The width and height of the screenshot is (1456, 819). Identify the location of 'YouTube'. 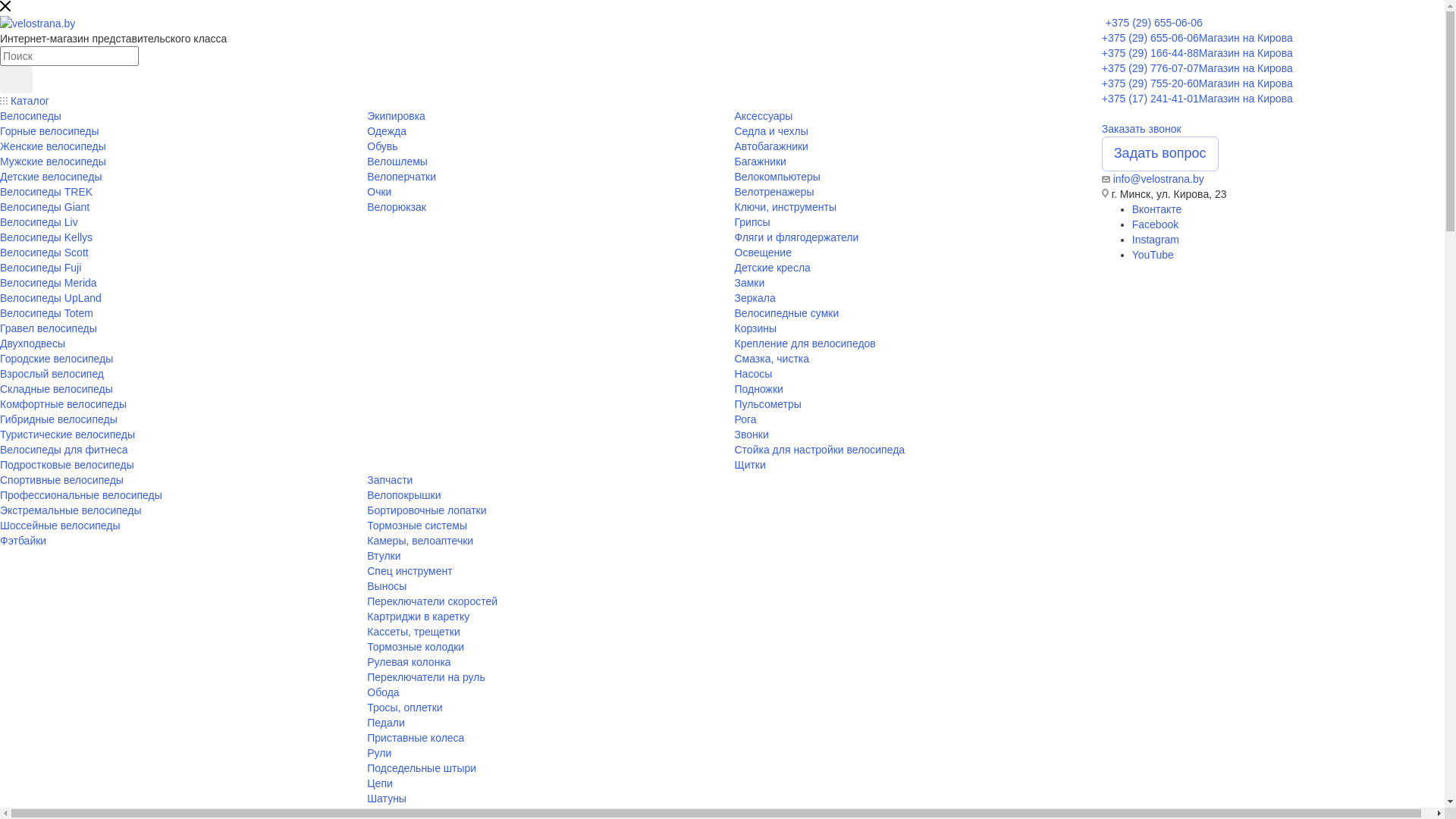
(1153, 253).